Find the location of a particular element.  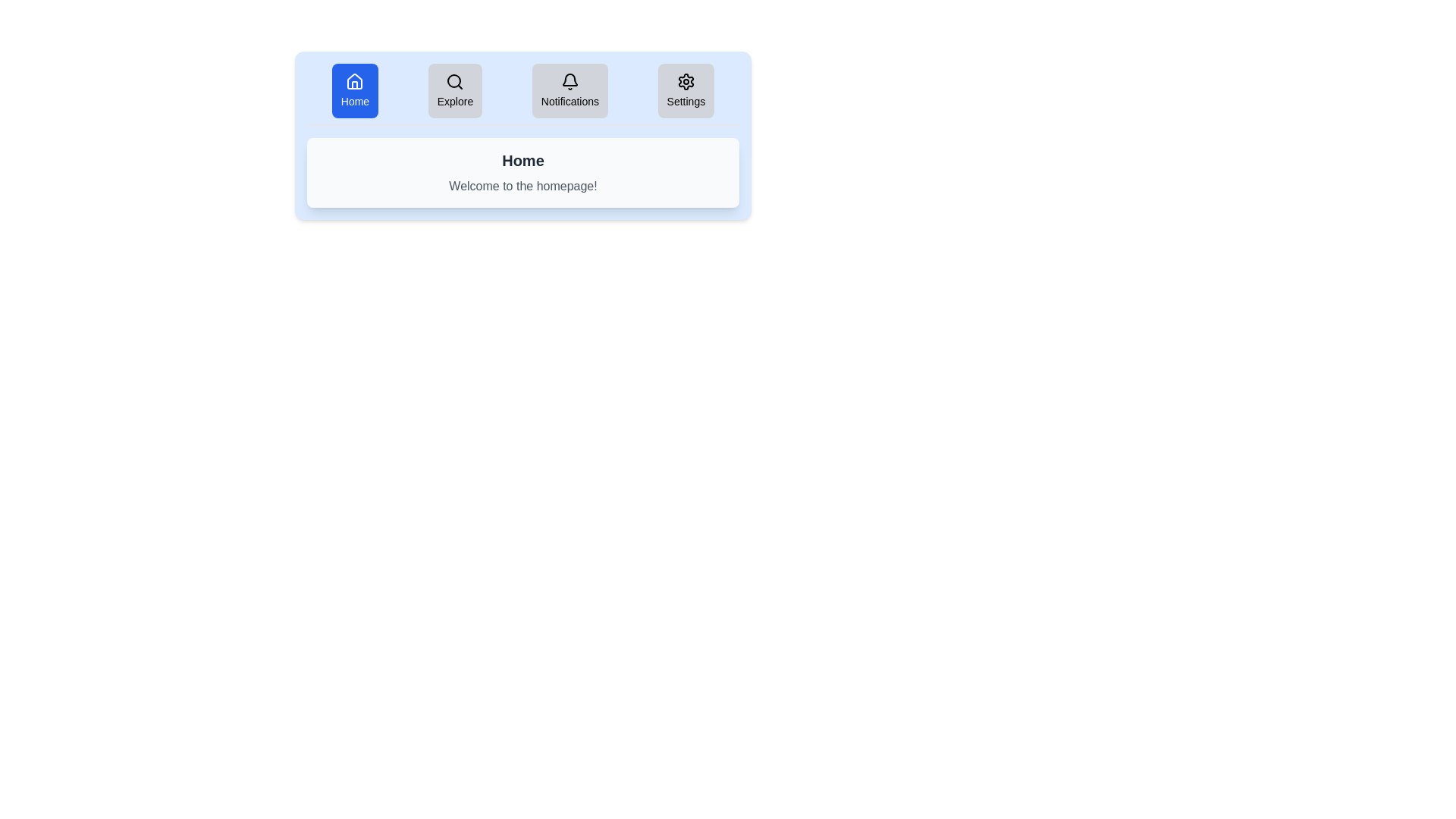

the tab labeled Home is located at coordinates (354, 90).